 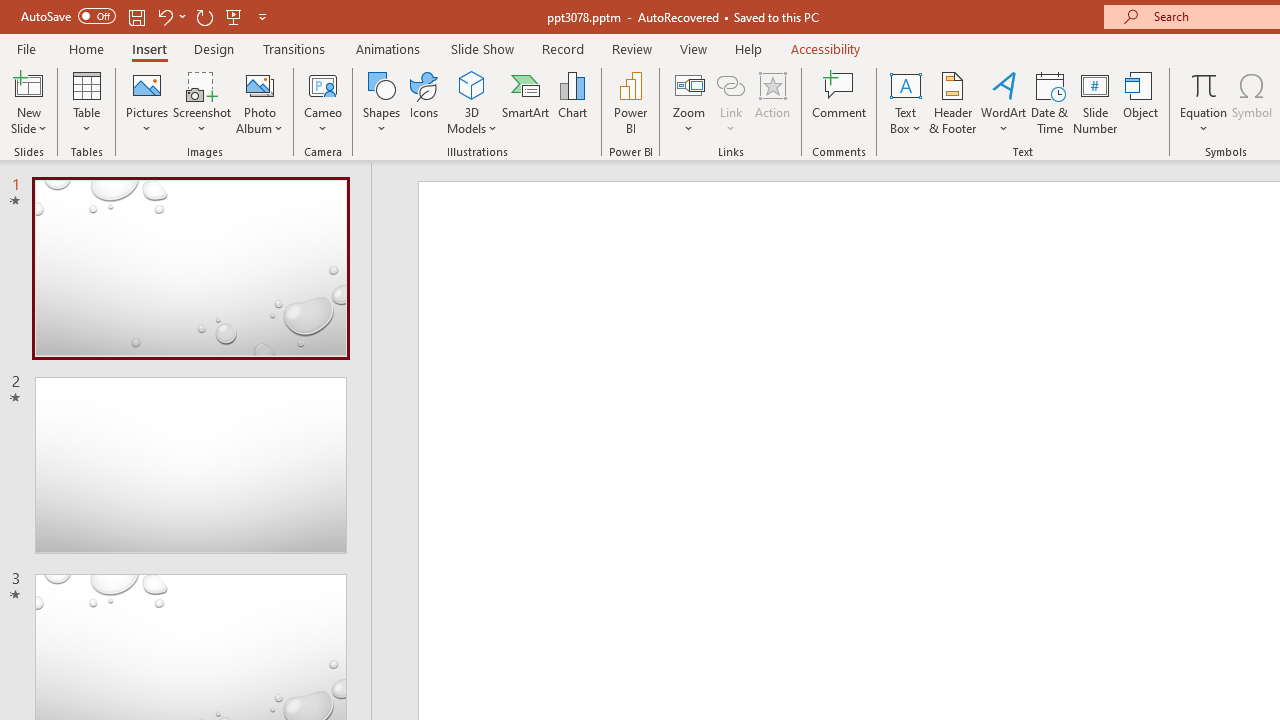 I want to click on 'Symbol...', so click(x=1251, y=103).